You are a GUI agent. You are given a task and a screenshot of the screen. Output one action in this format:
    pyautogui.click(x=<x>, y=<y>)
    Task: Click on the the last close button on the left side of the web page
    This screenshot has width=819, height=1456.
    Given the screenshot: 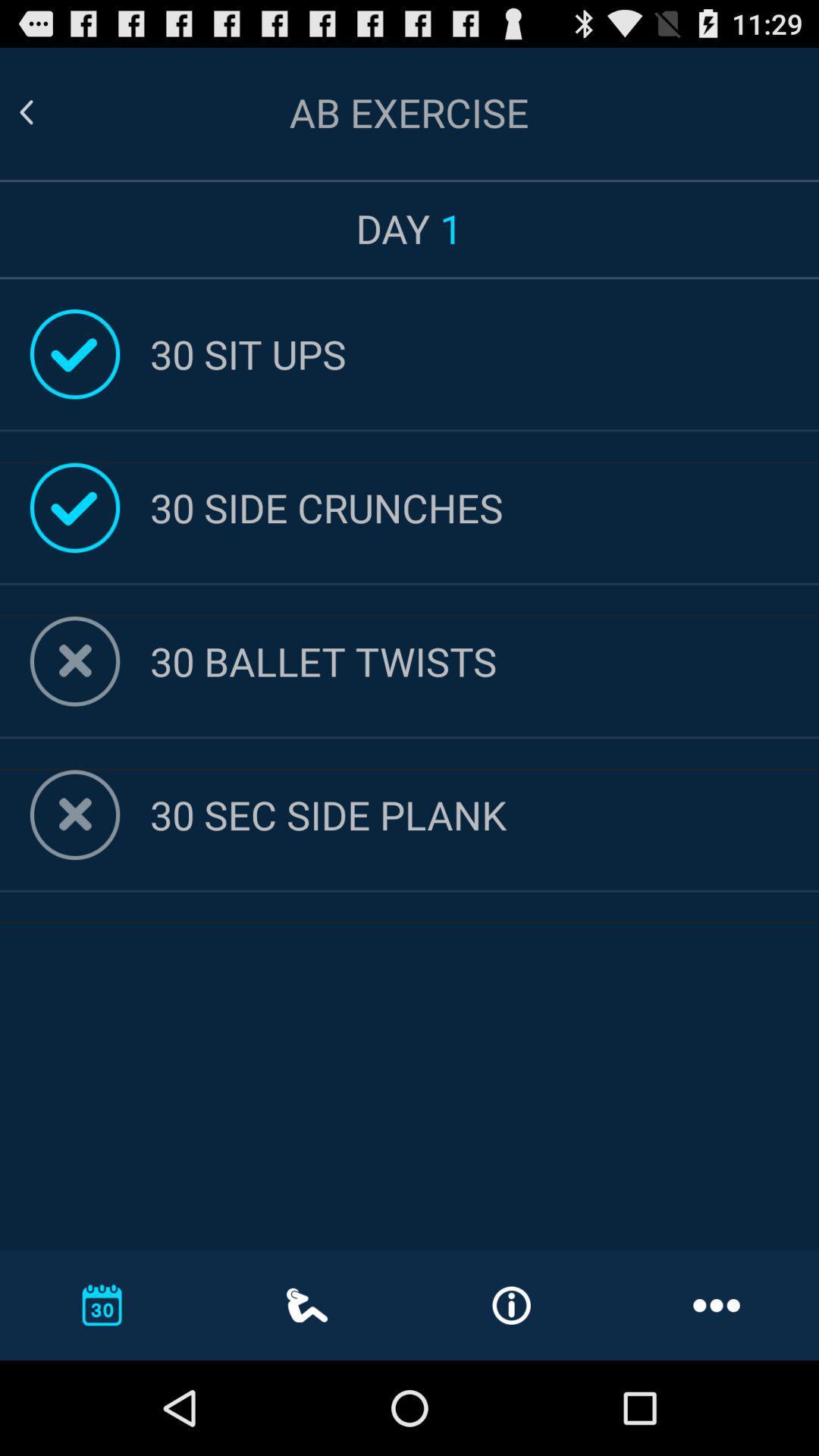 What is the action you would take?
    pyautogui.click(x=75, y=814)
    